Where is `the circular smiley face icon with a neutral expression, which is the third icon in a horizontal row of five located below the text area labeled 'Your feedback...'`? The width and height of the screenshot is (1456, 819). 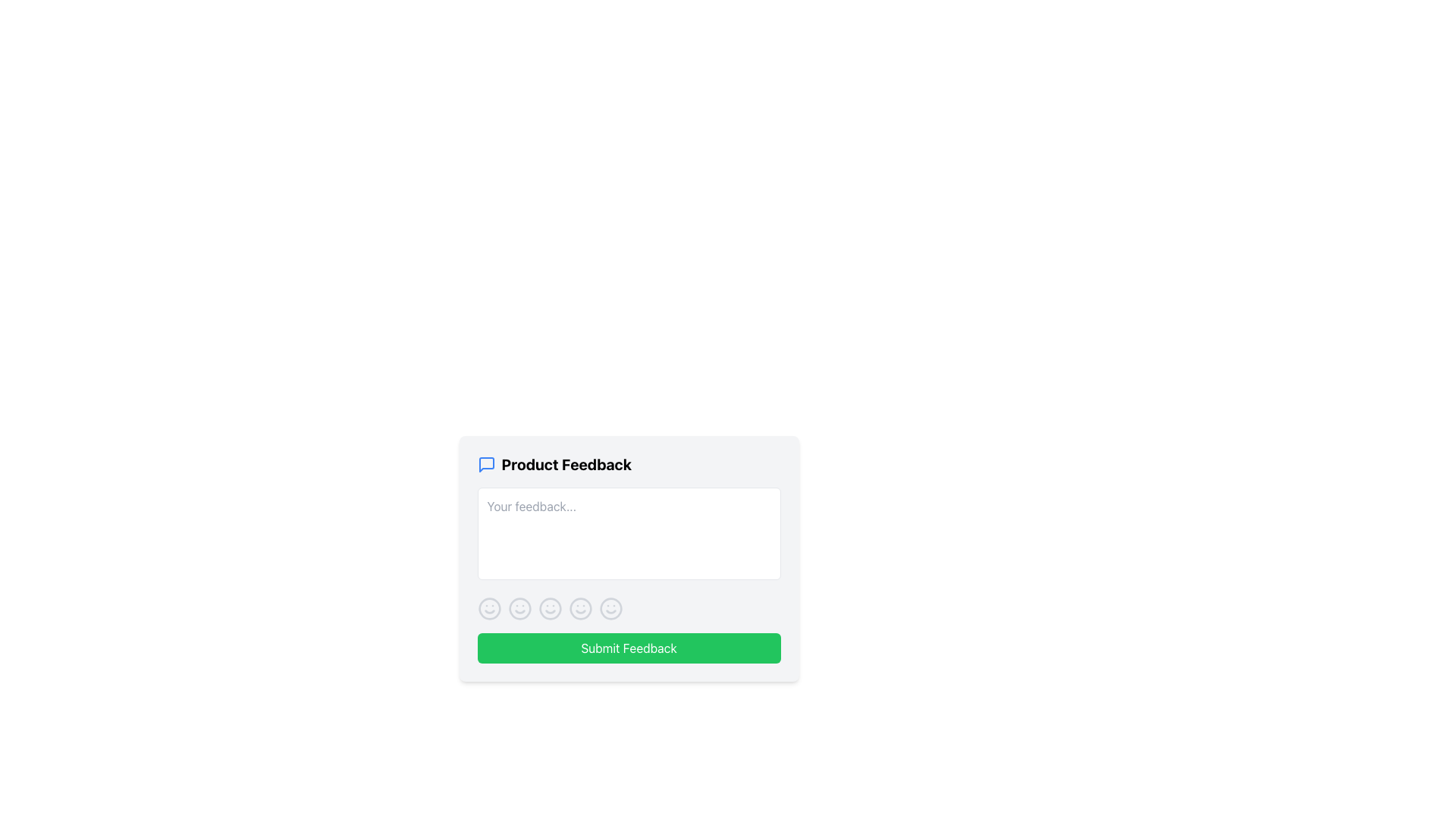 the circular smiley face icon with a neutral expression, which is the third icon in a horizontal row of five located below the text area labeled 'Your feedback...' is located at coordinates (549, 607).